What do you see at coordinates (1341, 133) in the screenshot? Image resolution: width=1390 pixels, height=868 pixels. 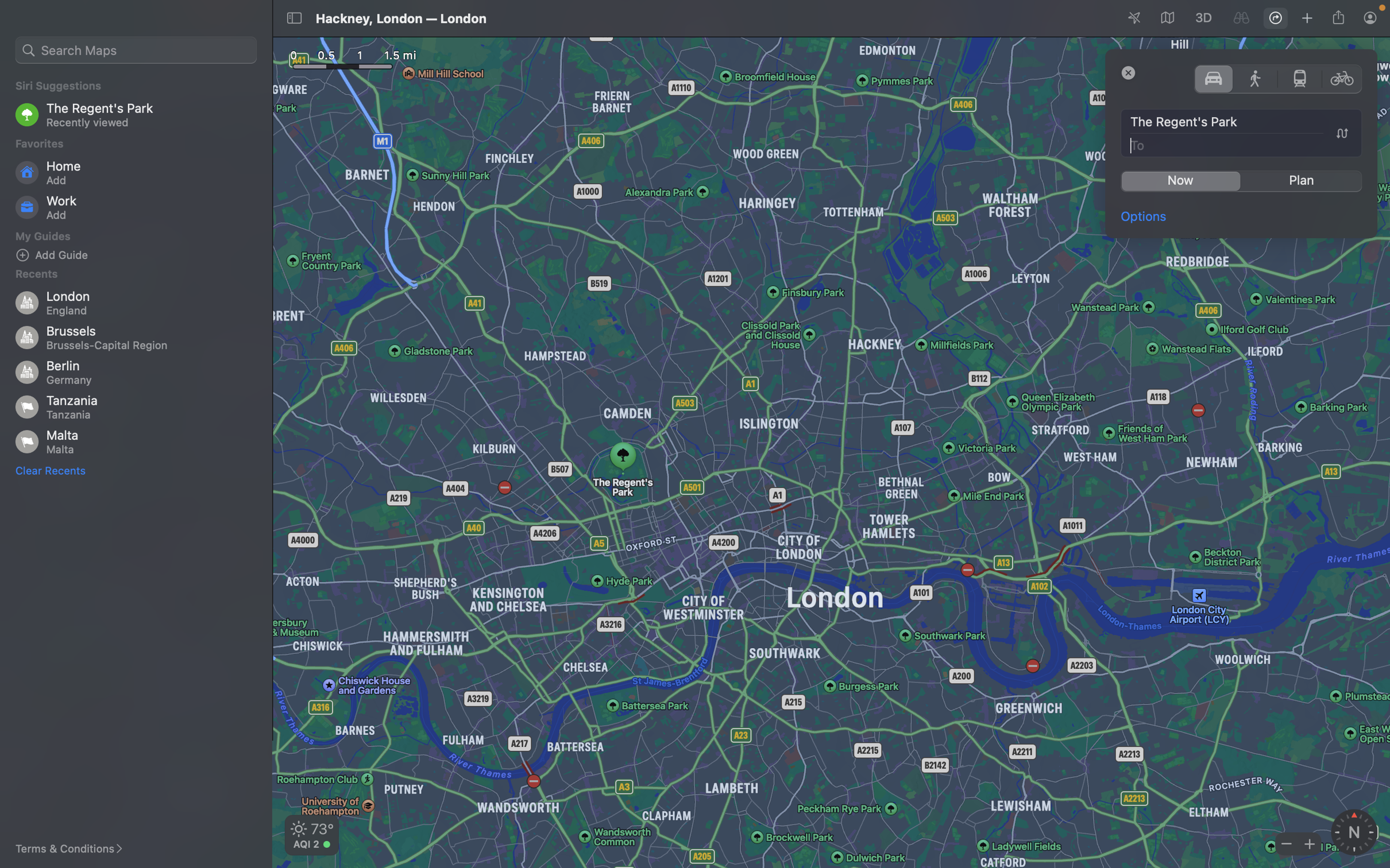 I see `Swap to source and destination locations in the direction window` at bounding box center [1341, 133].